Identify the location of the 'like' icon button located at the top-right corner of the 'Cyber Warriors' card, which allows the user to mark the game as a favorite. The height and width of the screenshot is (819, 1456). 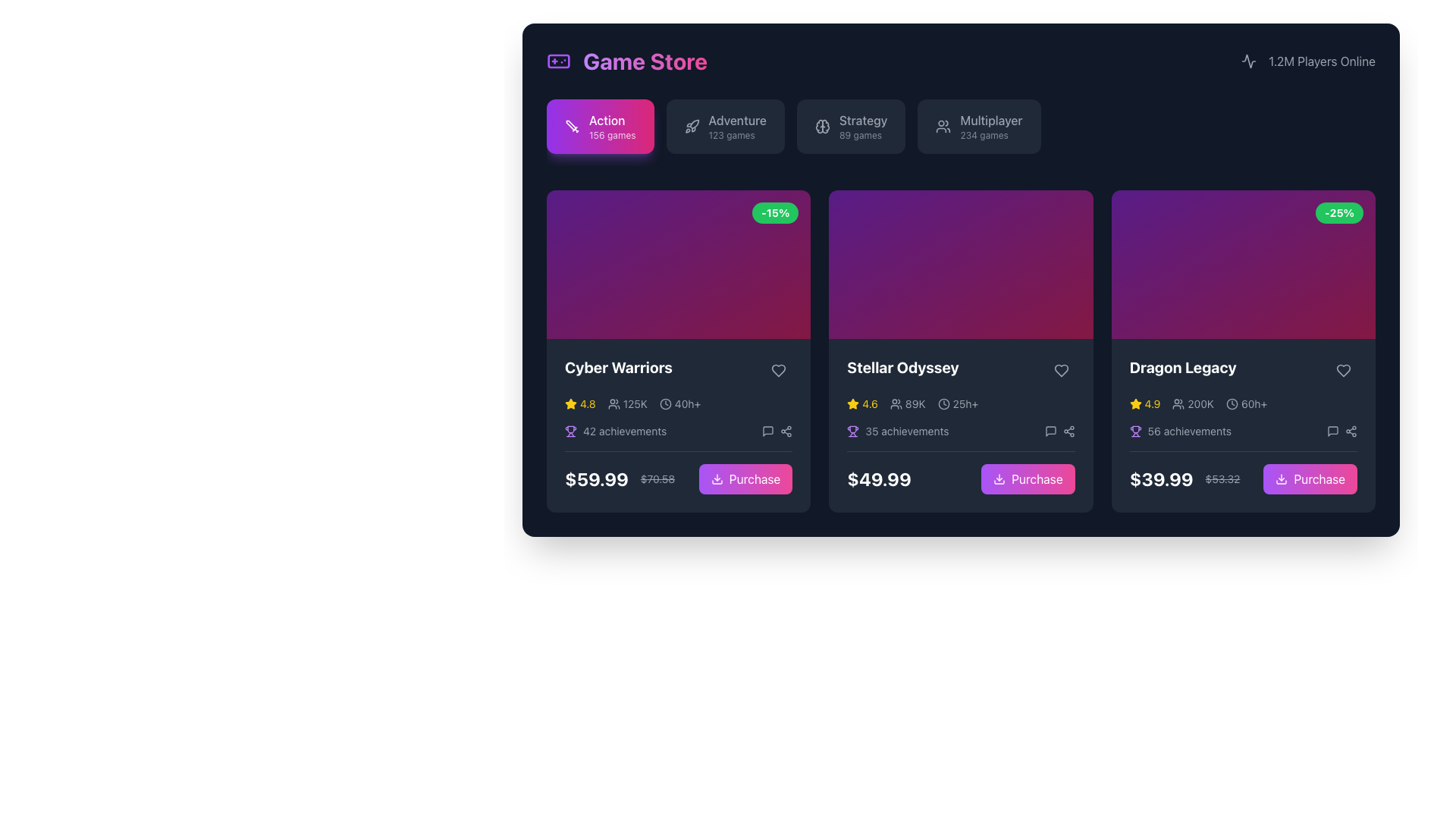
(779, 370).